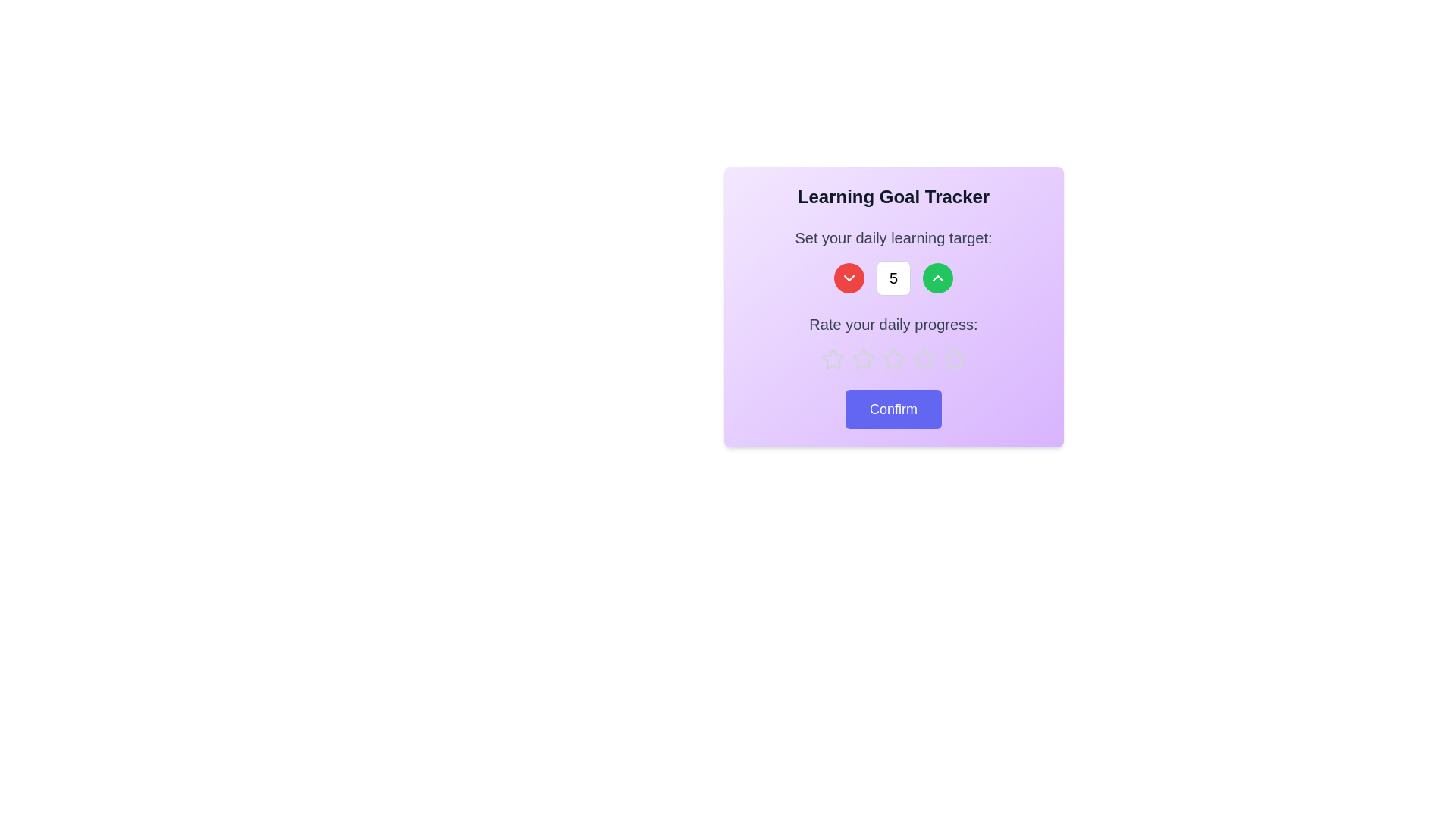  What do you see at coordinates (893, 196) in the screenshot?
I see `title text located at the top of the card, which serves as a heading for the content below` at bounding box center [893, 196].